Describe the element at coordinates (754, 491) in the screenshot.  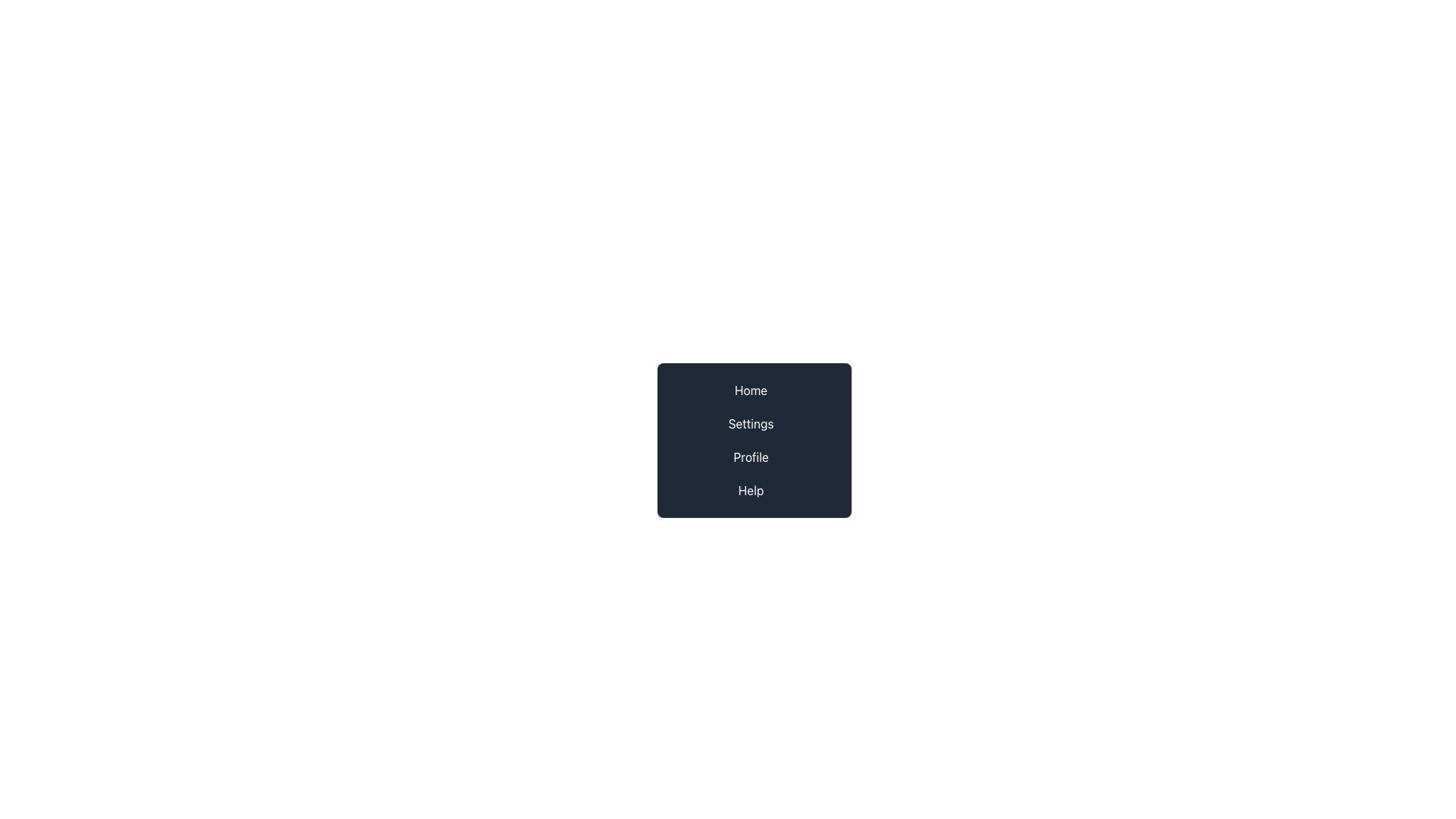
I see `the 'Help' label, which is the last item in a vertical list of options including 'Home', 'Settings', and 'Profile'` at that location.